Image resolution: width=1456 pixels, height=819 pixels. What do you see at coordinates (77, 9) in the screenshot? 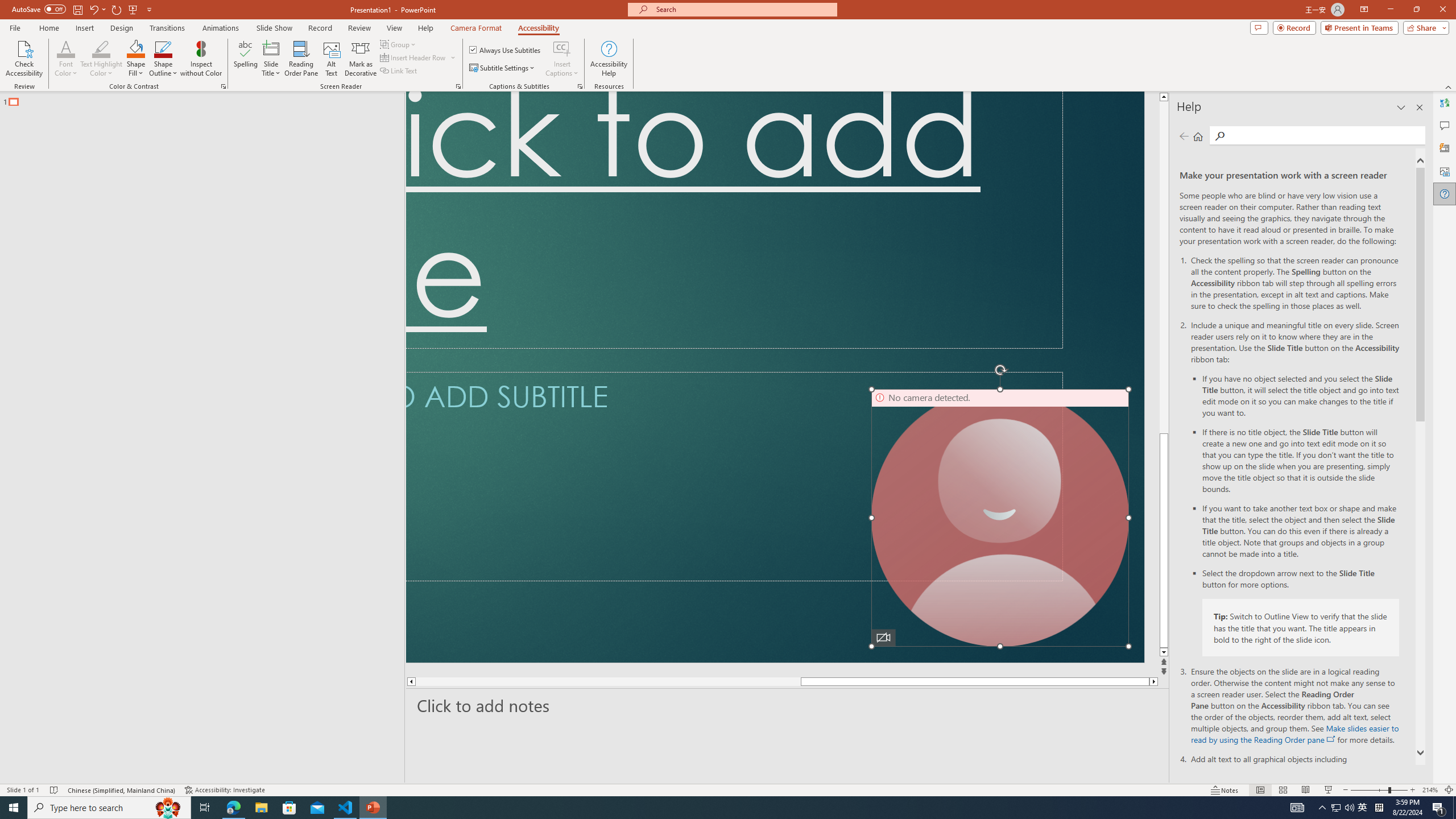
I see `'Save'` at bounding box center [77, 9].